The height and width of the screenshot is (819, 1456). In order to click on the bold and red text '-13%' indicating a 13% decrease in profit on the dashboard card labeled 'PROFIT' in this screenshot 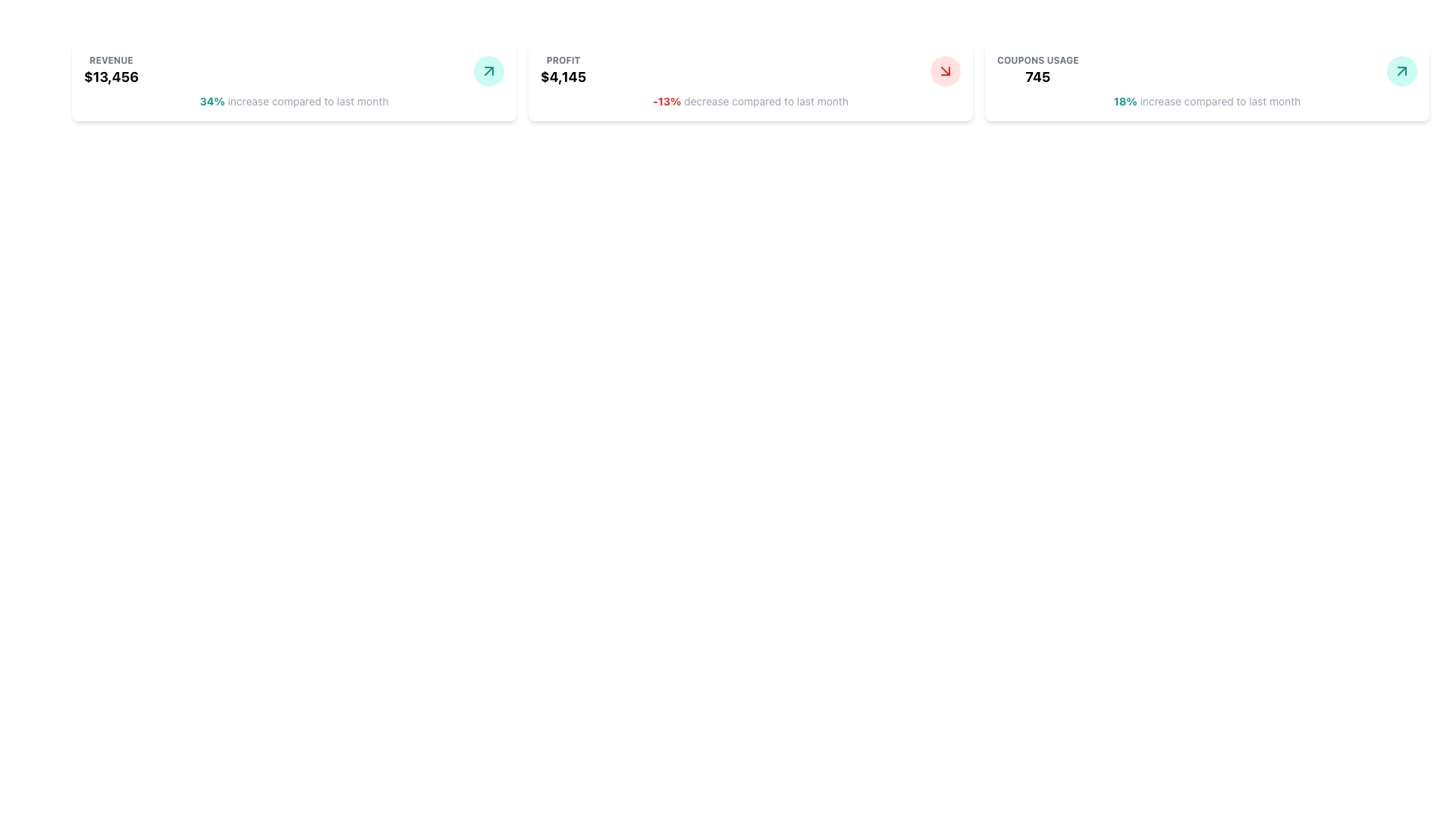, I will do `click(667, 101)`.